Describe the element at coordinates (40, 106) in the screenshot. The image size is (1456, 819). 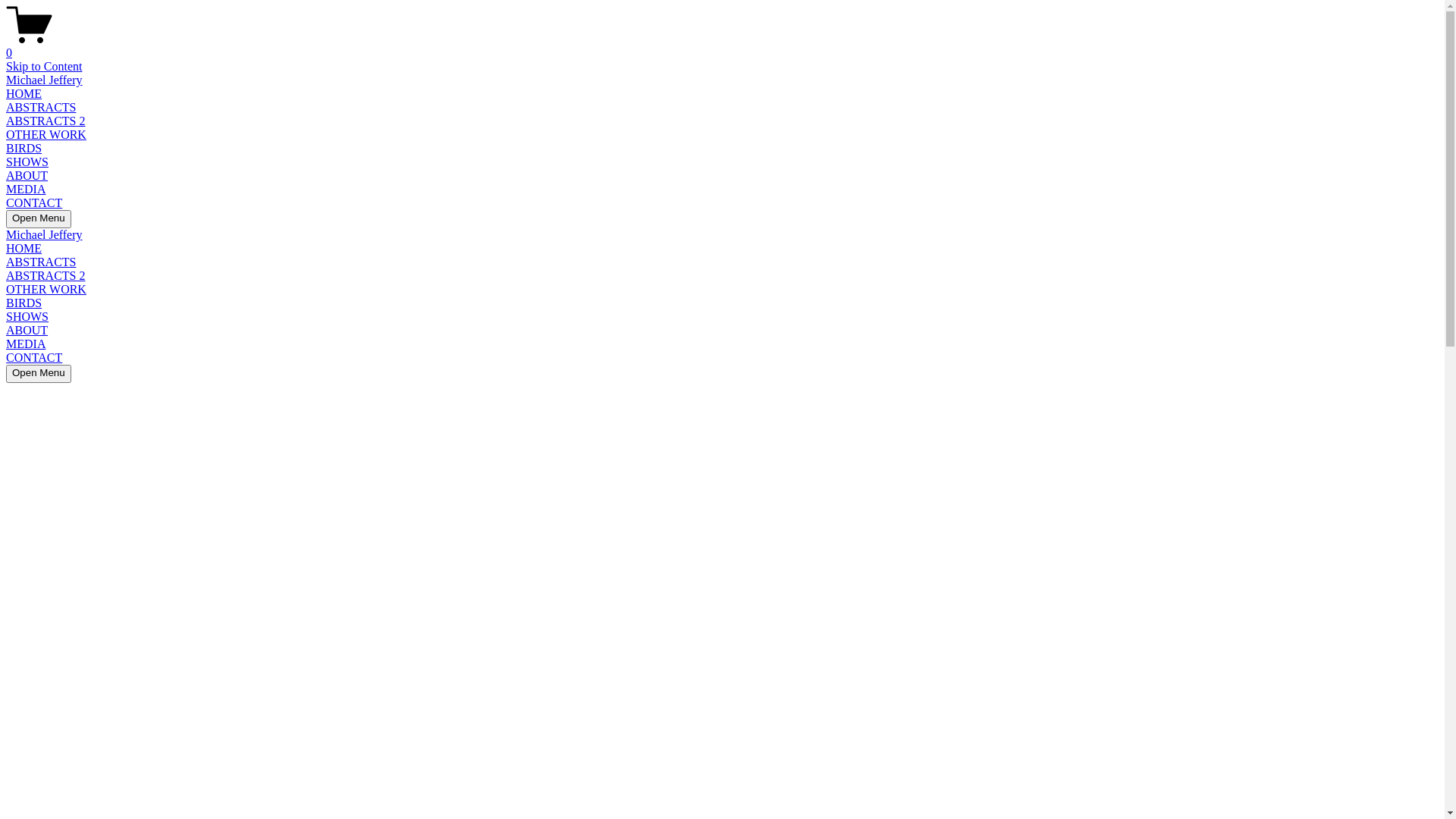
I see `'ABSTRACTS'` at that location.